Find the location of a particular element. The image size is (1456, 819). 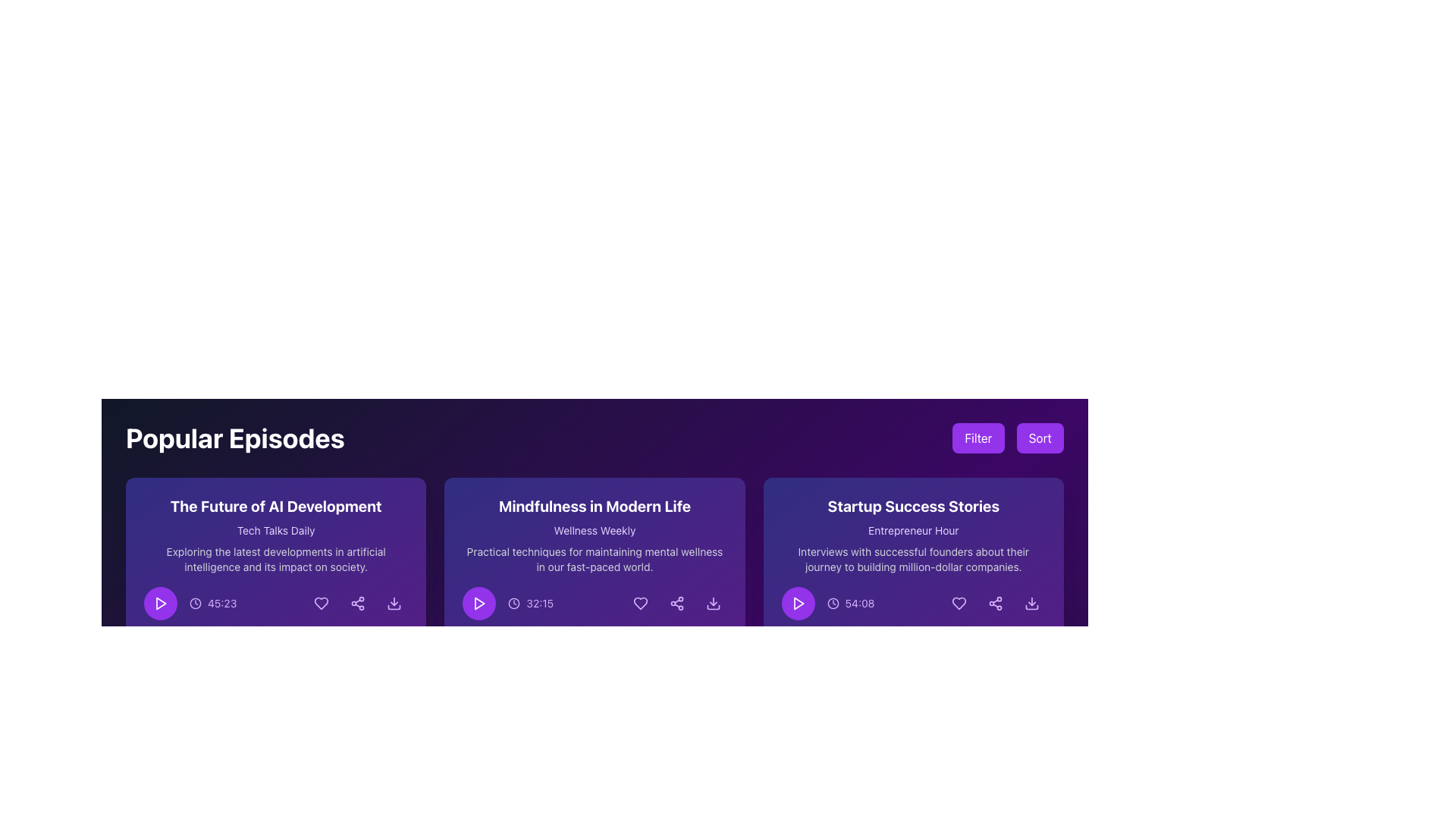

the download icon button located at the bottom-right corner of the 'Startup Success Stories' card to initiate the download action is located at coordinates (1031, 602).